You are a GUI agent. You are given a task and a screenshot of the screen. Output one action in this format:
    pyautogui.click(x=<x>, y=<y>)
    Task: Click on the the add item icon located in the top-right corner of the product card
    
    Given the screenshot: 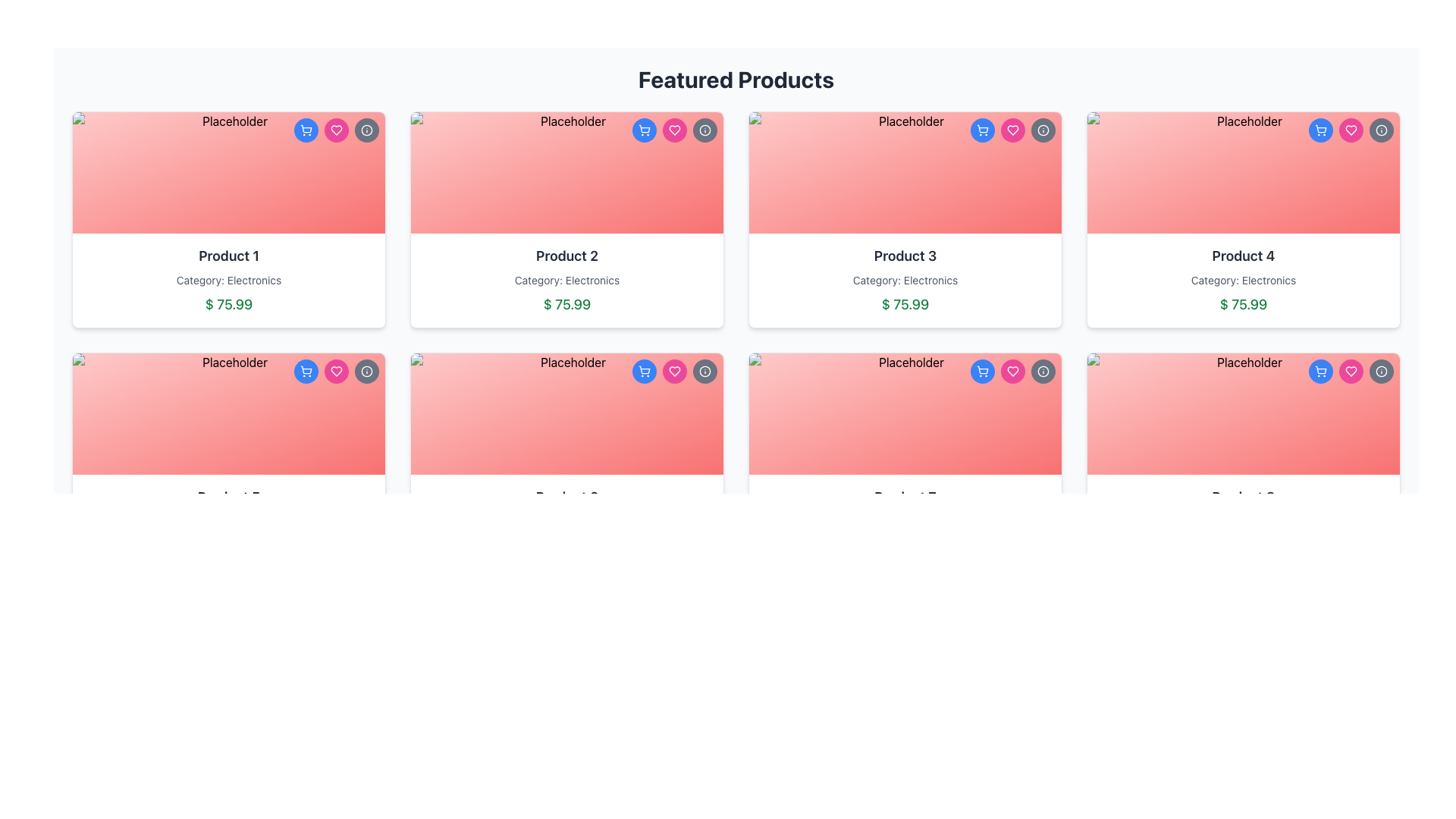 What is the action you would take?
    pyautogui.click(x=983, y=371)
    